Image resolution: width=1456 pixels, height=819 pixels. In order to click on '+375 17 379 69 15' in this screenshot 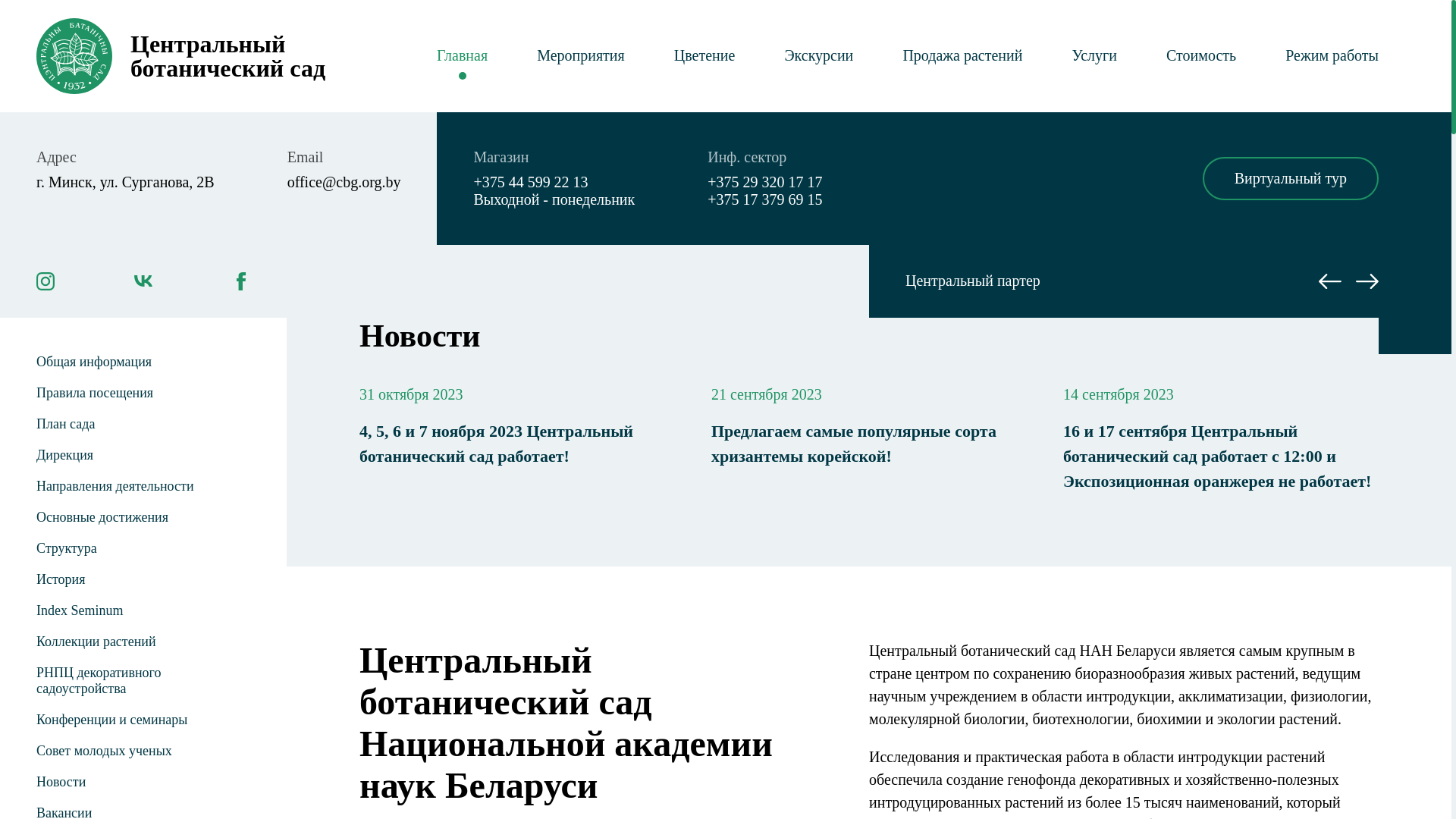, I will do `click(764, 199)`.